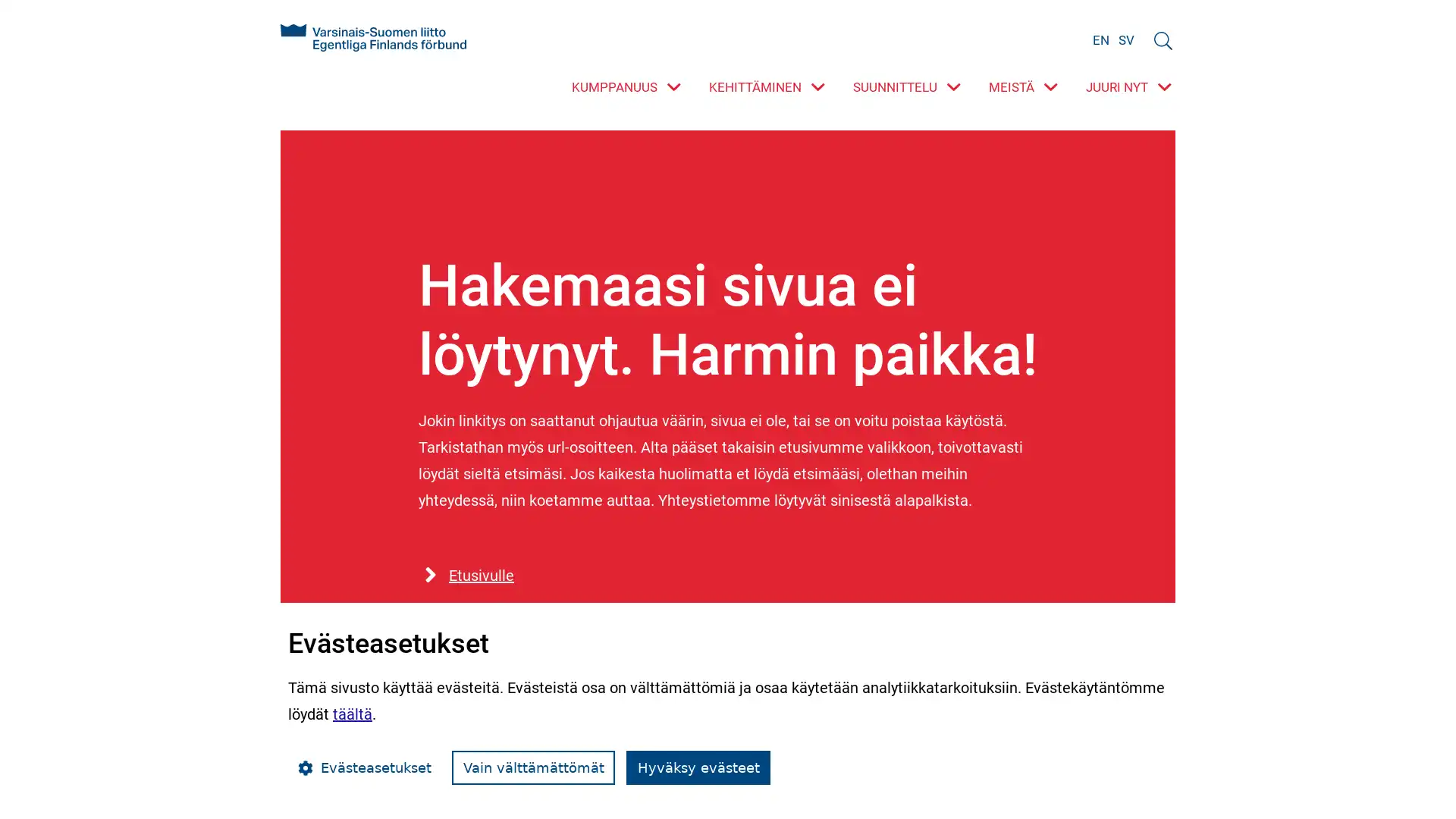 The width and height of the screenshot is (1456, 819). I want to click on Vain valttamattomat, so click(533, 767).